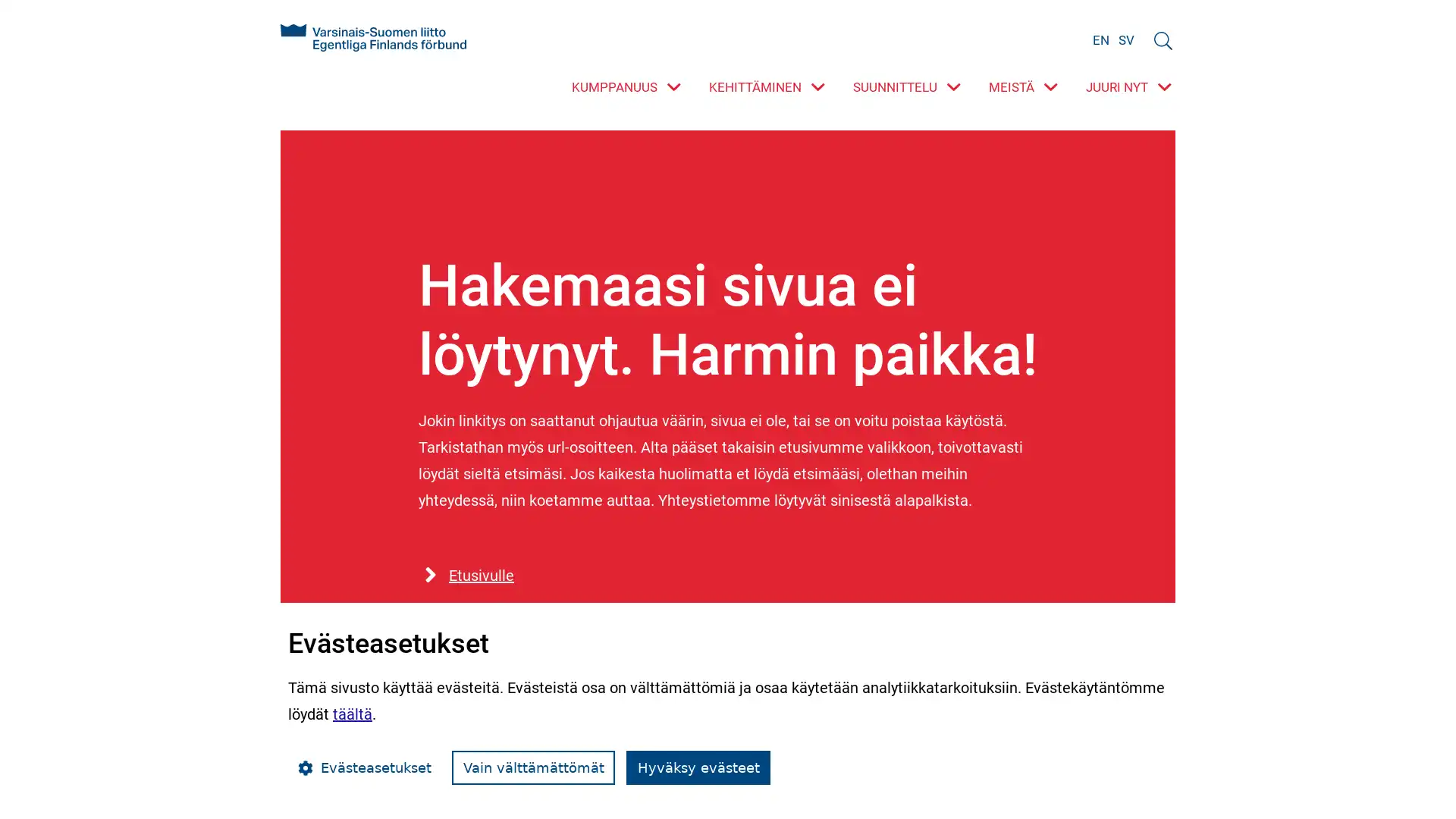 The width and height of the screenshot is (1456, 819). I want to click on Vain valttamattomat, so click(533, 767).